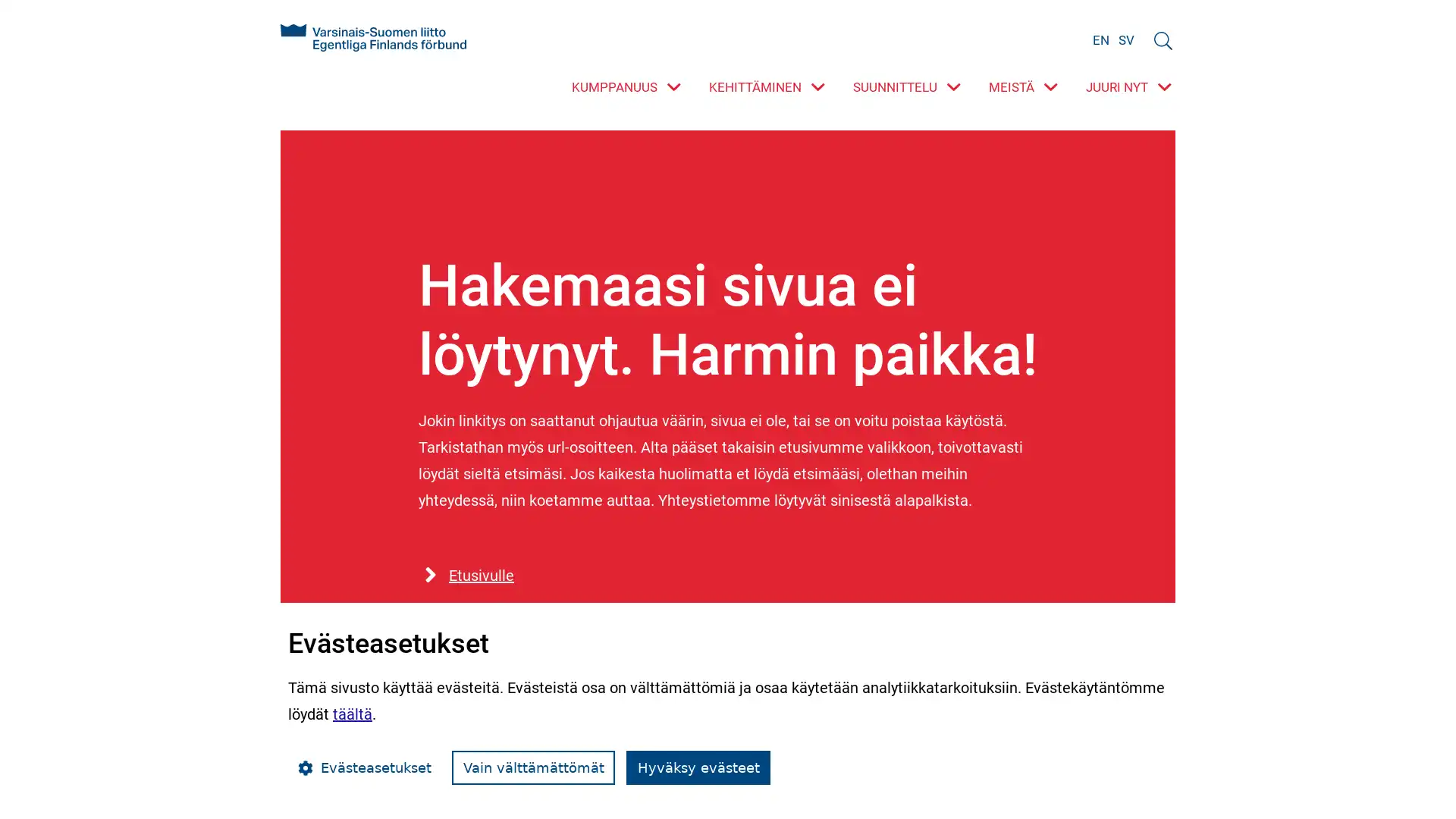 The width and height of the screenshot is (1456, 819). I want to click on Vain valttamattomat, so click(533, 767).